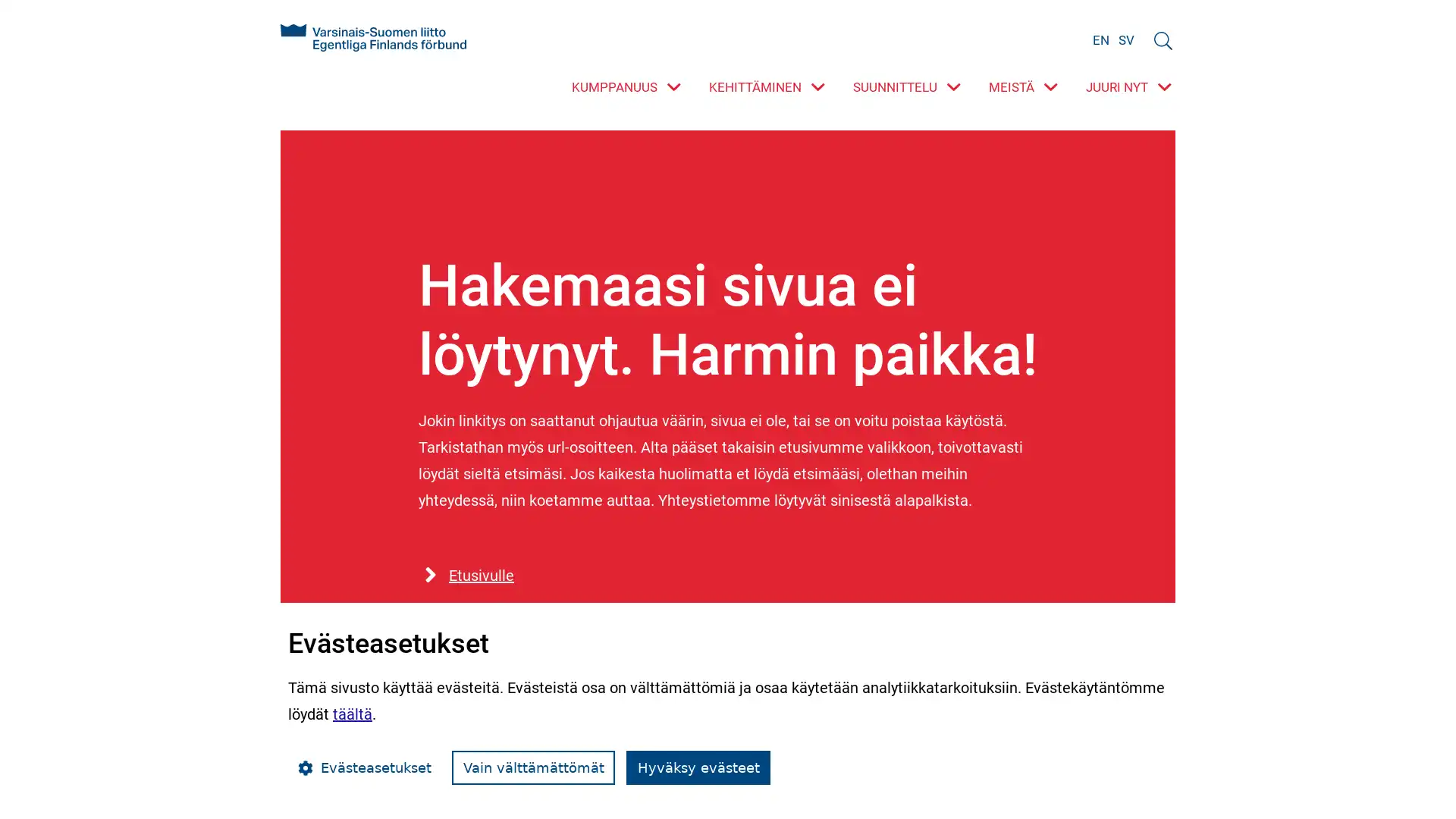 The width and height of the screenshot is (1456, 819). I want to click on Vain valttamattomat, so click(533, 767).